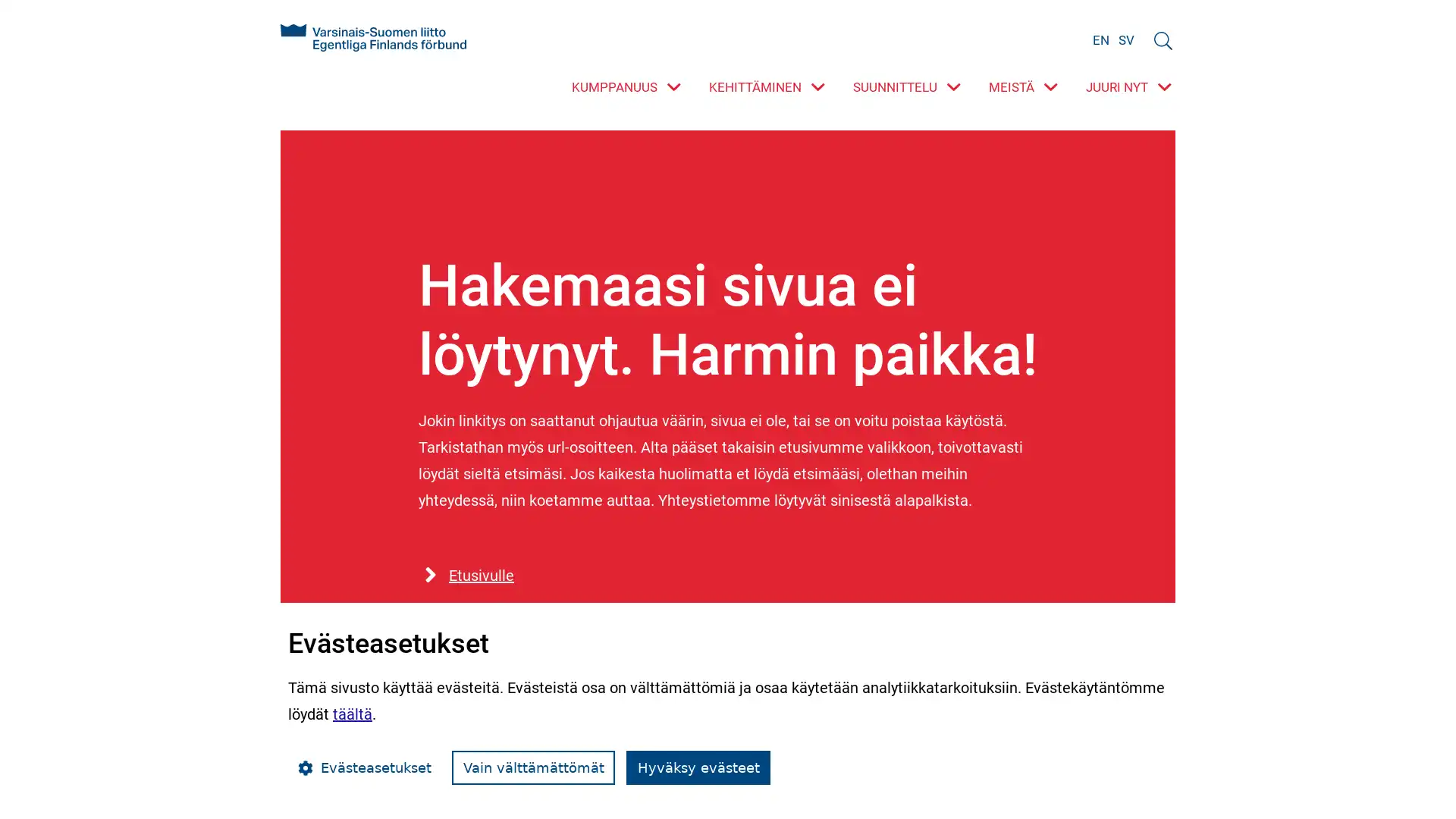 The width and height of the screenshot is (1456, 819). I want to click on Vain valttamattomat, so click(533, 767).